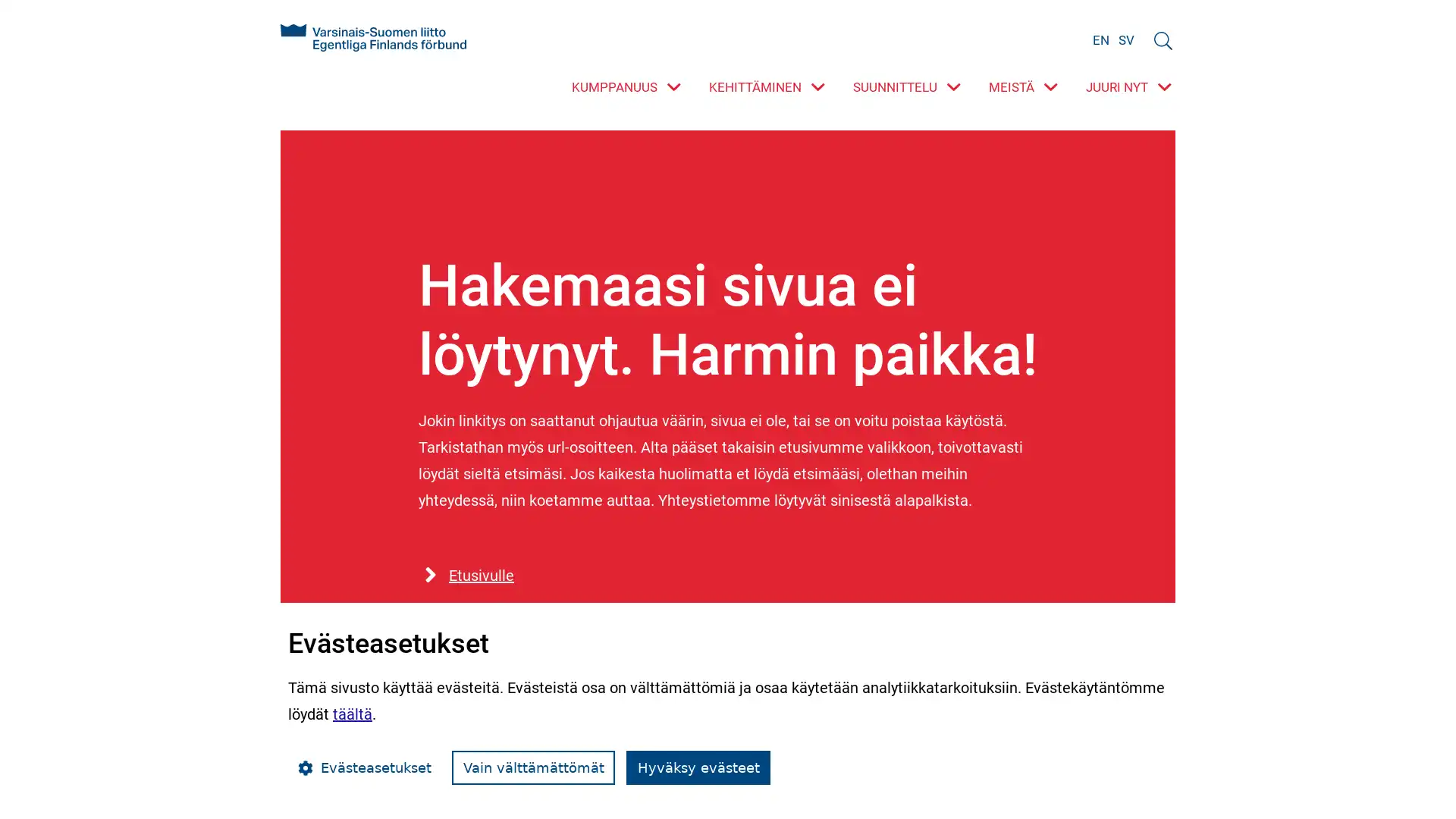 The width and height of the screenshot is (1456, 819). I want to click on Vain valttamattomat, so click(533, 767).